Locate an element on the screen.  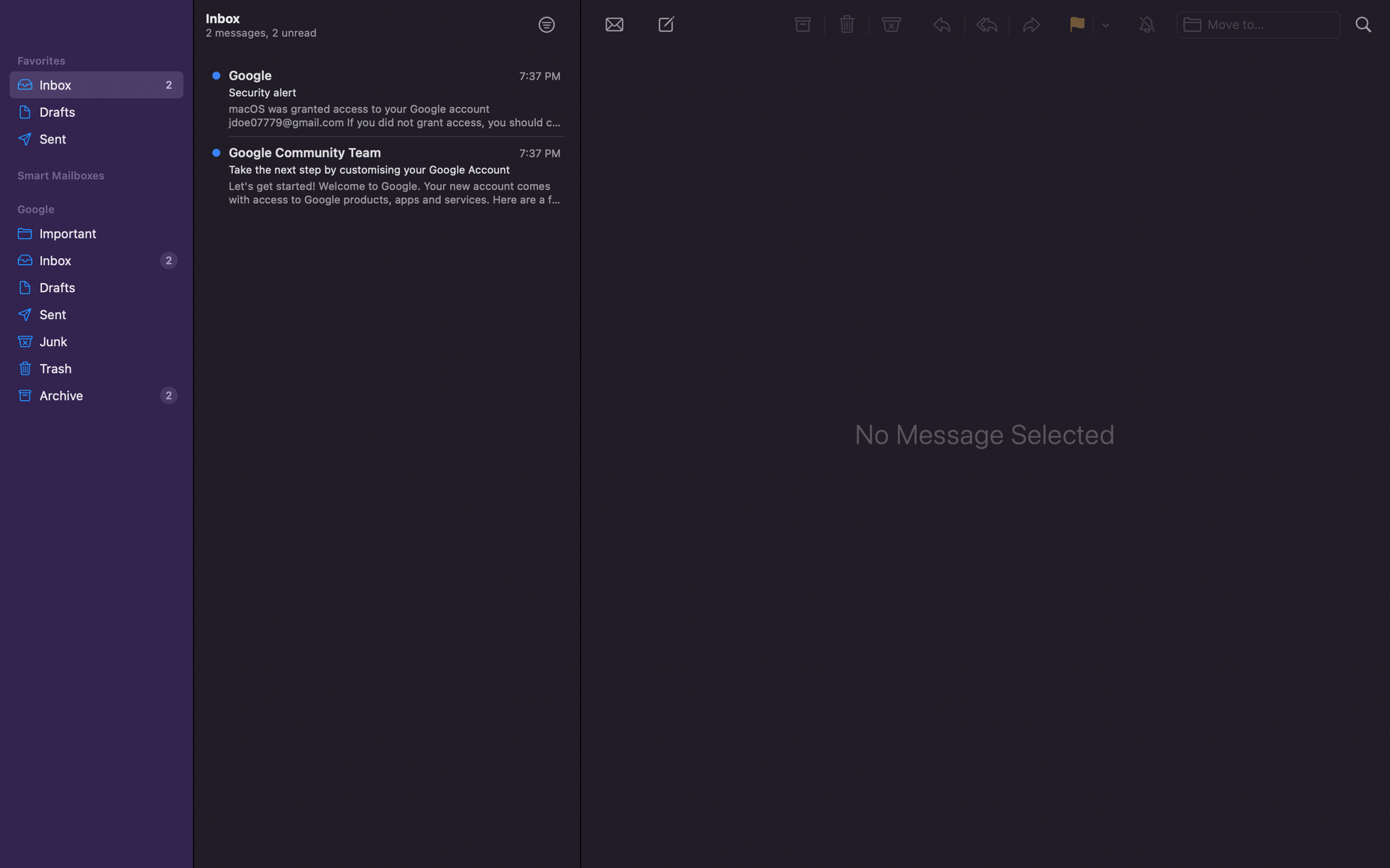
filter to separate unread messages is located at coordinates (546, 24).